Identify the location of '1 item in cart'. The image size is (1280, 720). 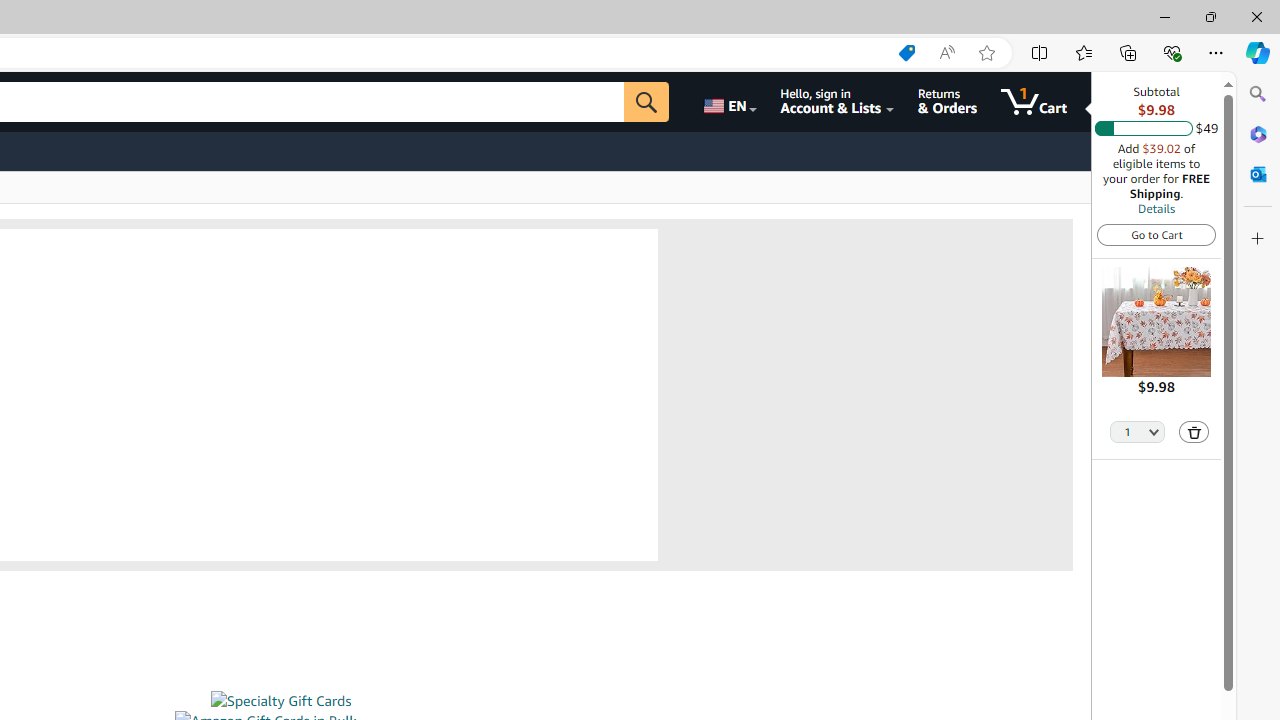
(1034, 101).